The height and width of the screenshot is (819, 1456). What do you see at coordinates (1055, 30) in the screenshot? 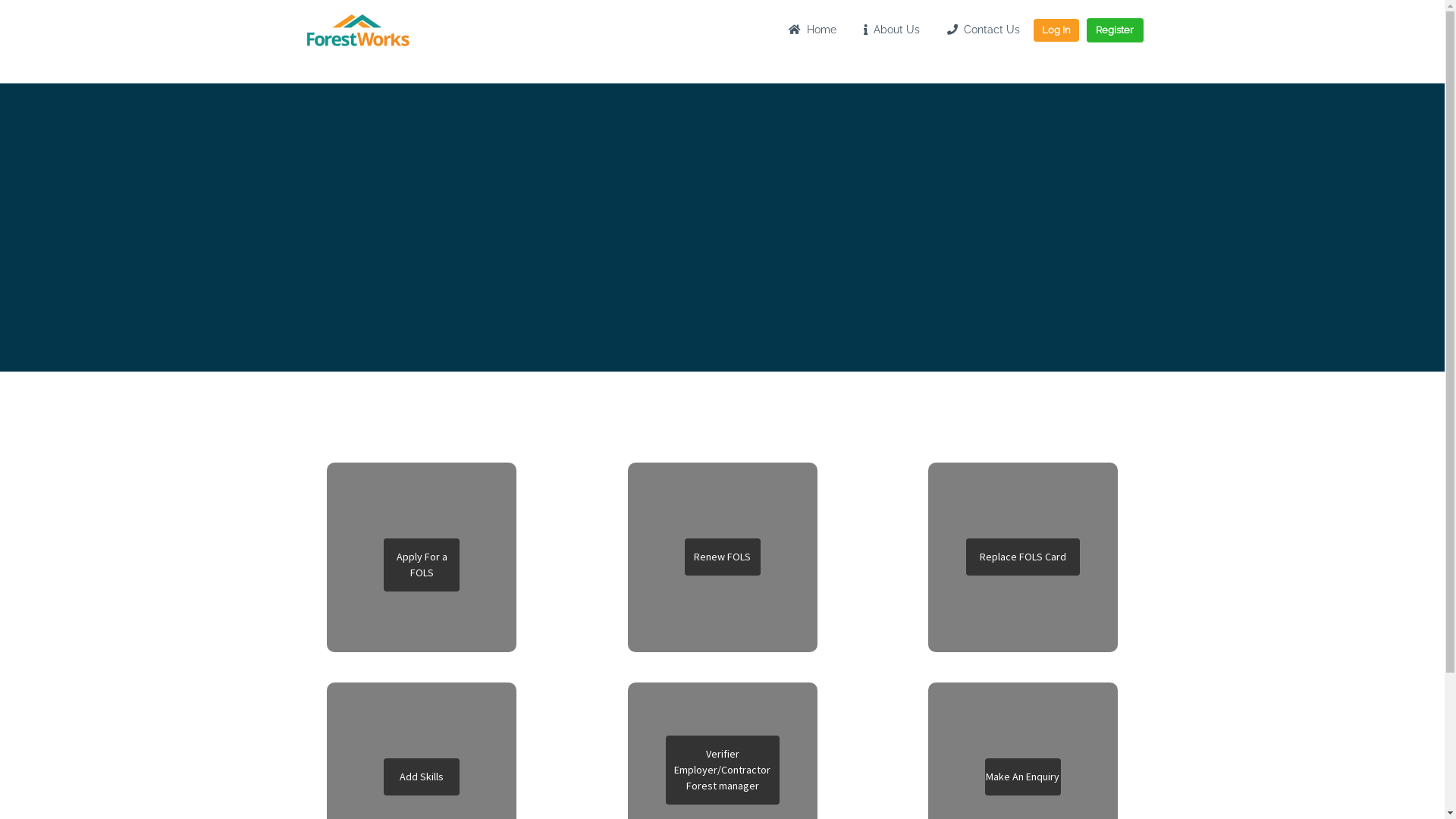
I see `'Log In'` at bounding box center [1055, 30].